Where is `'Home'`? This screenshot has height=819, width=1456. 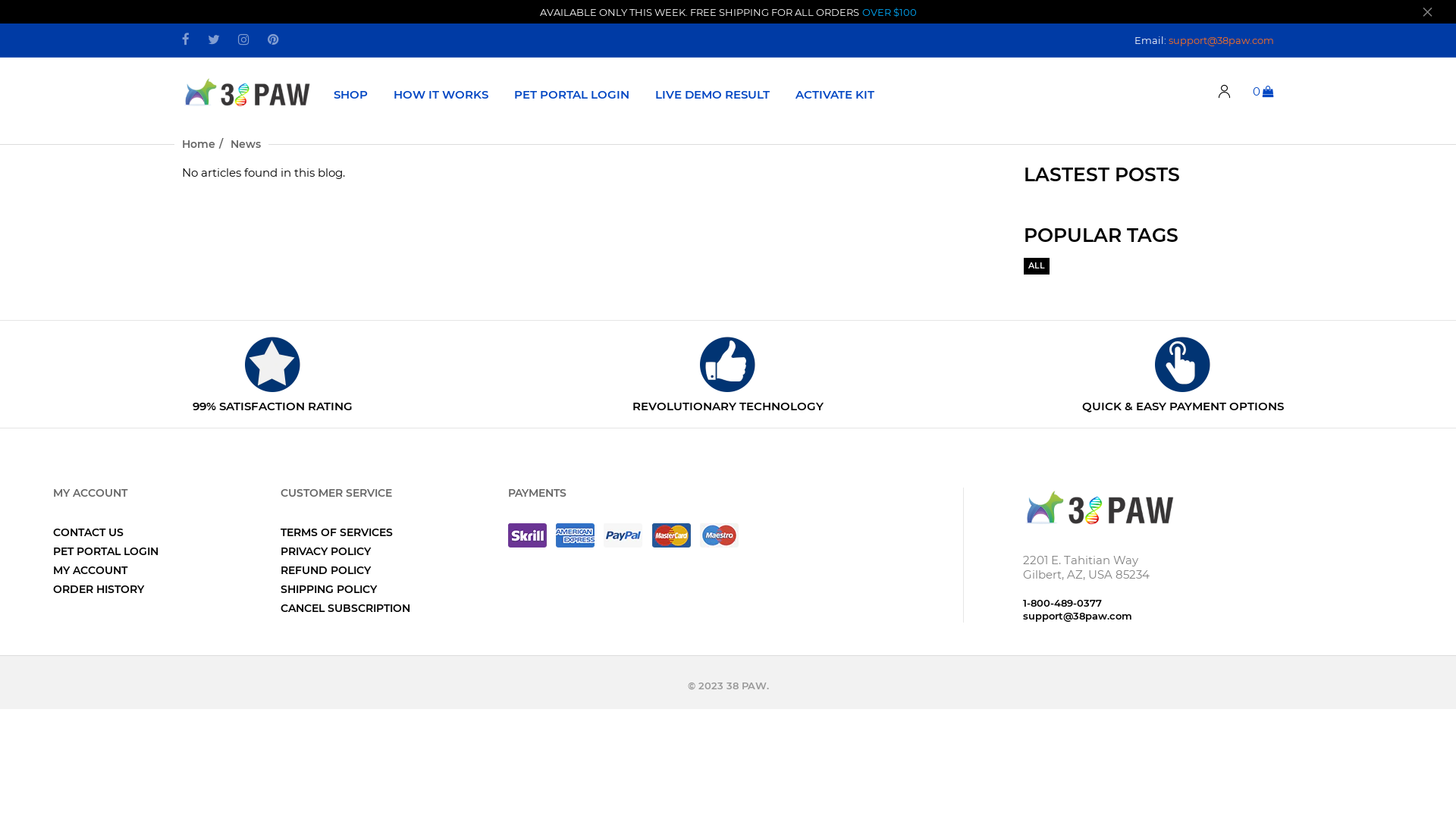
'Home' is located at coordinates (198, 143).